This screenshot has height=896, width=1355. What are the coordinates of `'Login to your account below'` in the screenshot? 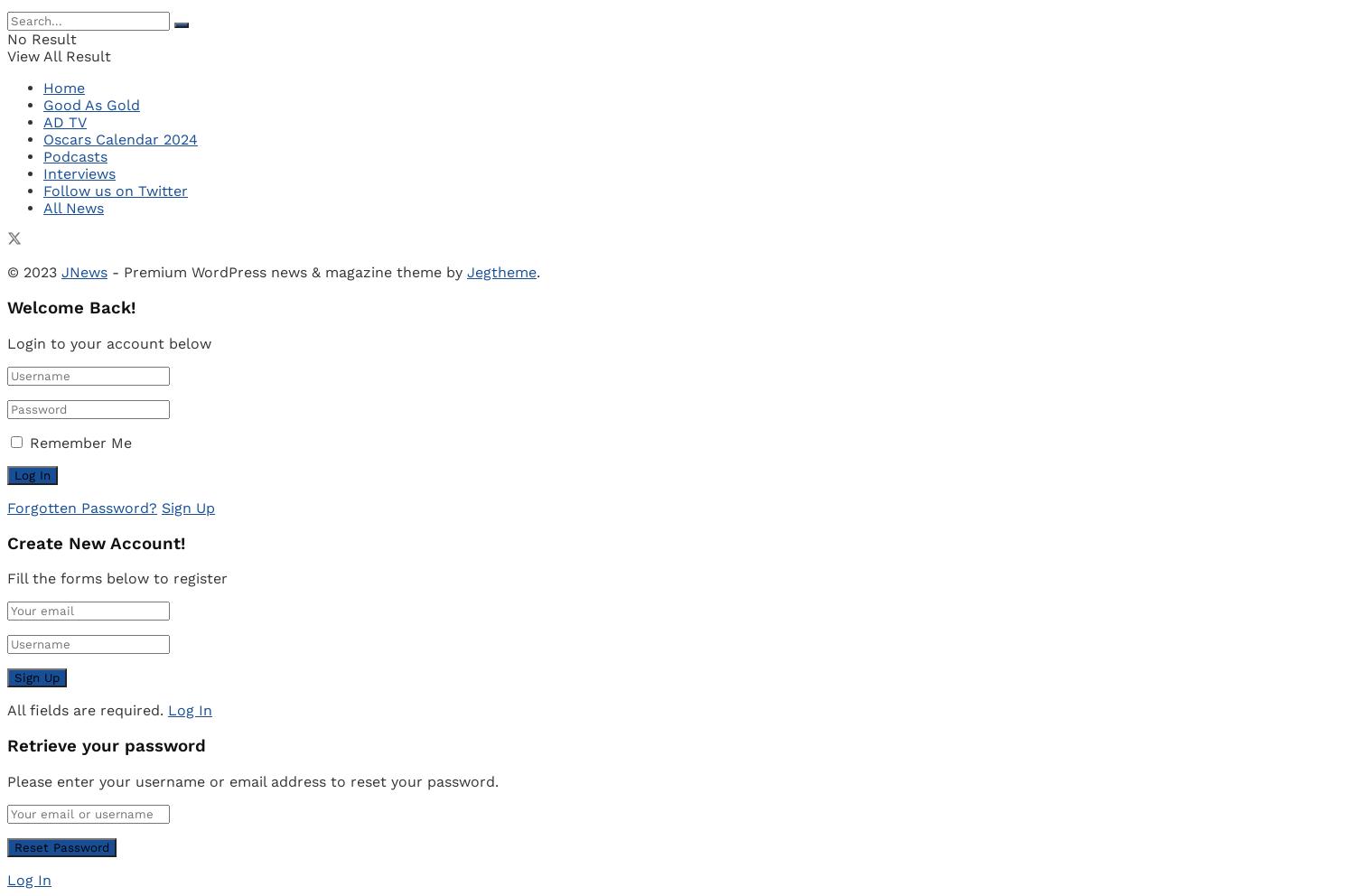 It's located at (108, 342).